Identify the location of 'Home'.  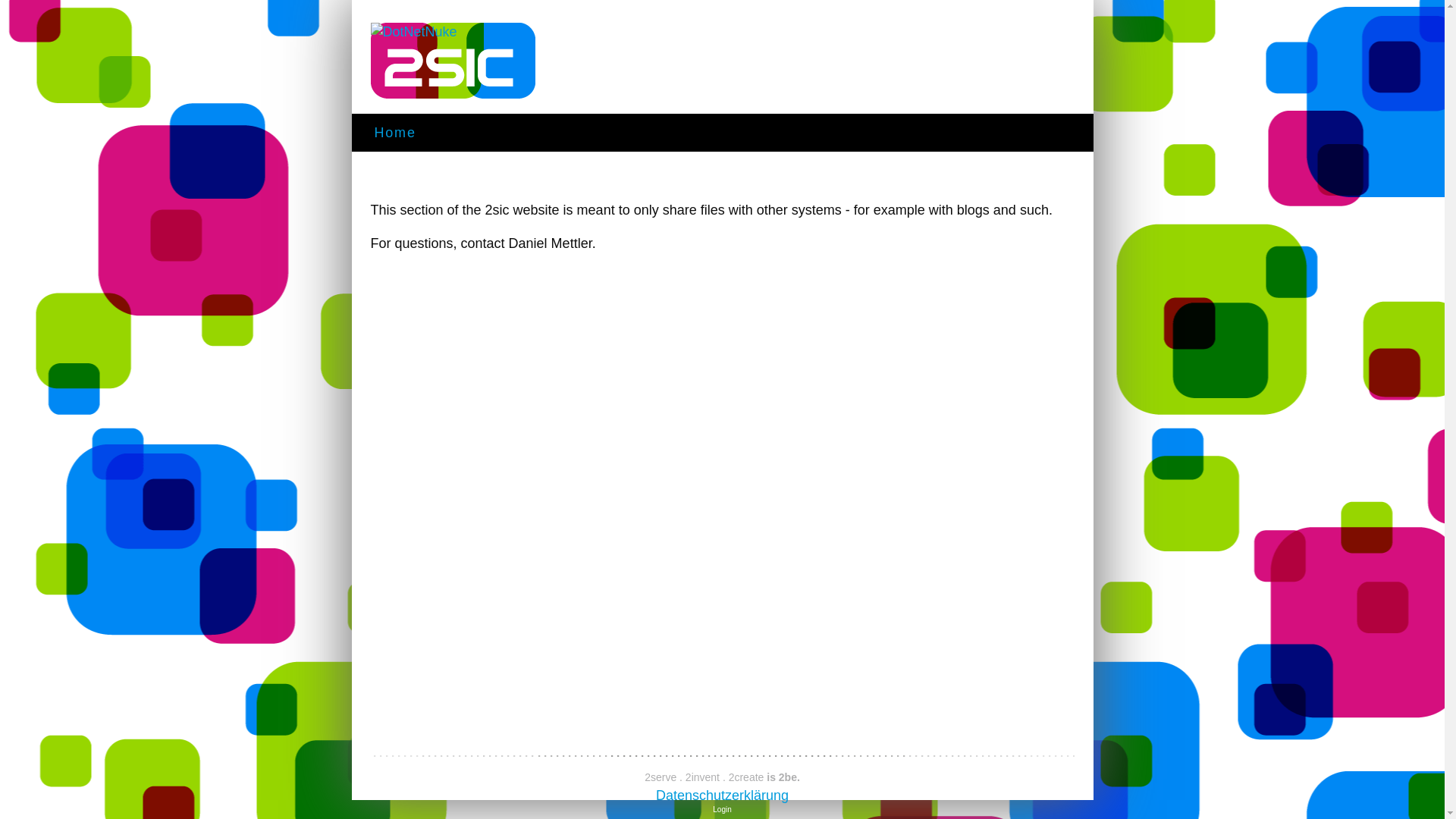
(395, 137).